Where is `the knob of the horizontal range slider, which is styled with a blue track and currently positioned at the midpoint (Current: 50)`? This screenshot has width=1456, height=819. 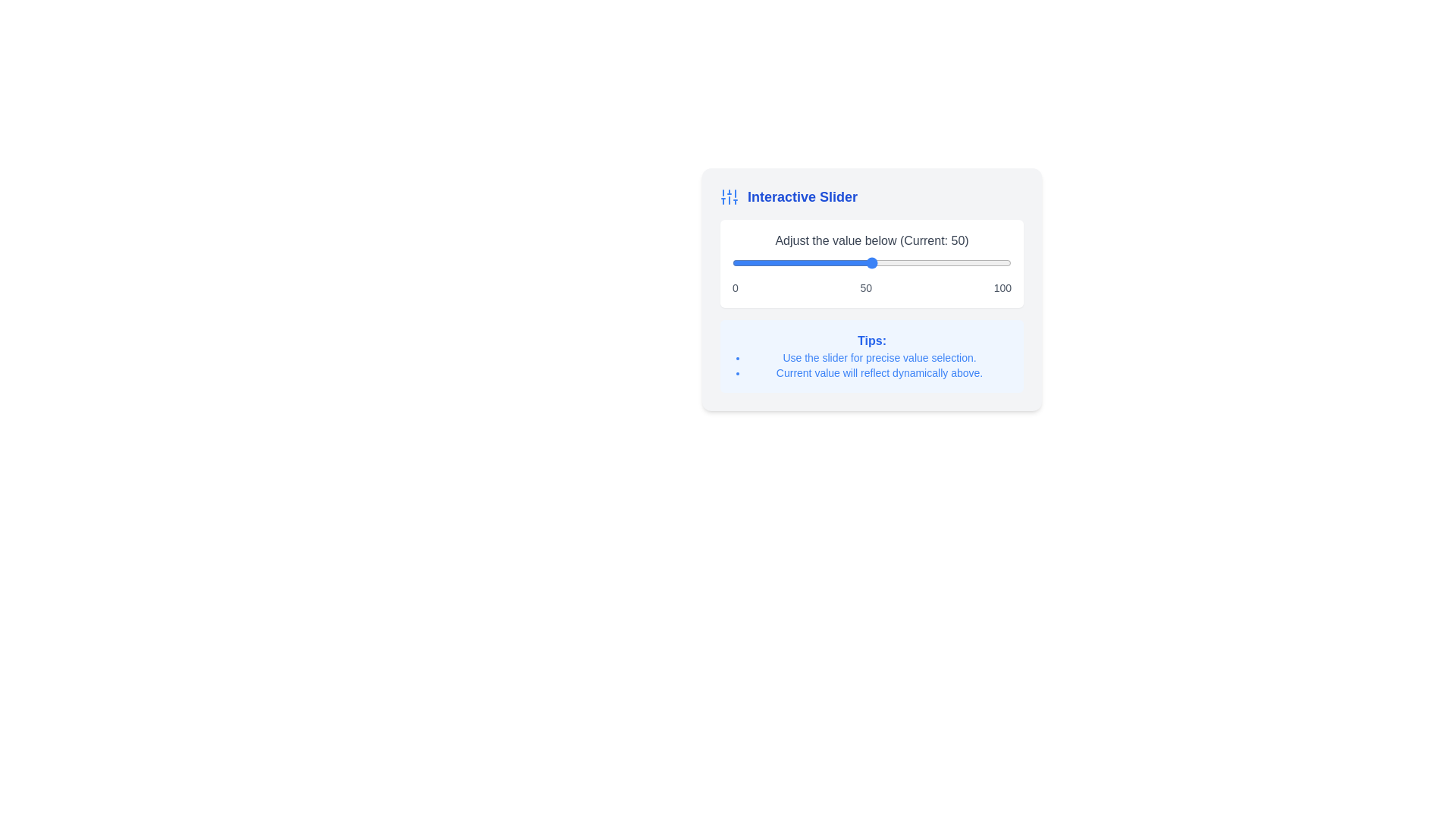
the knob of the horizontal range slider, which is styled with a blue track and currently positioned at the midpoint (Current: 50) is located at coordinates (872, 262).